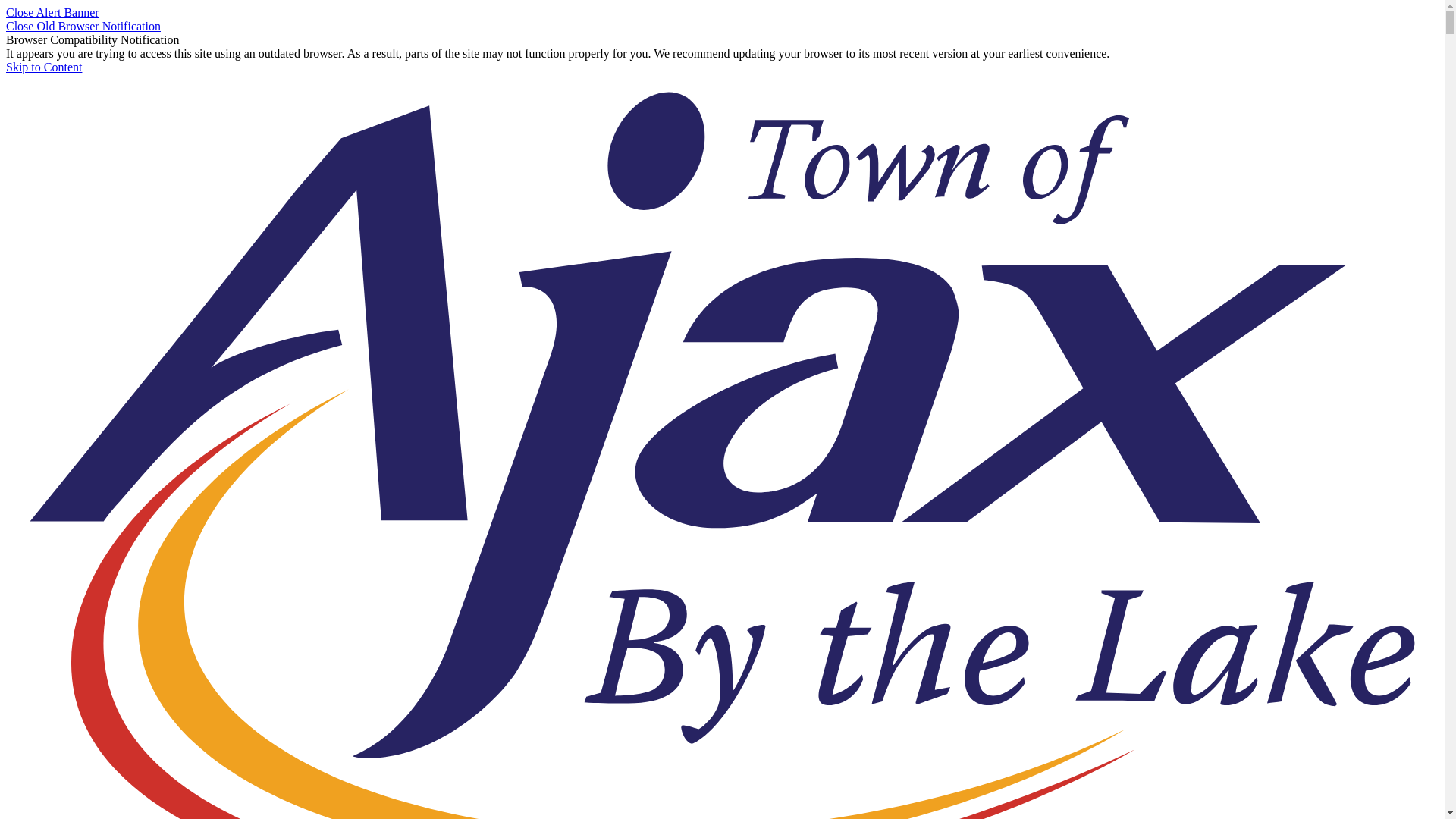  I want to click on 'Skip to Content', so click(43, 66).